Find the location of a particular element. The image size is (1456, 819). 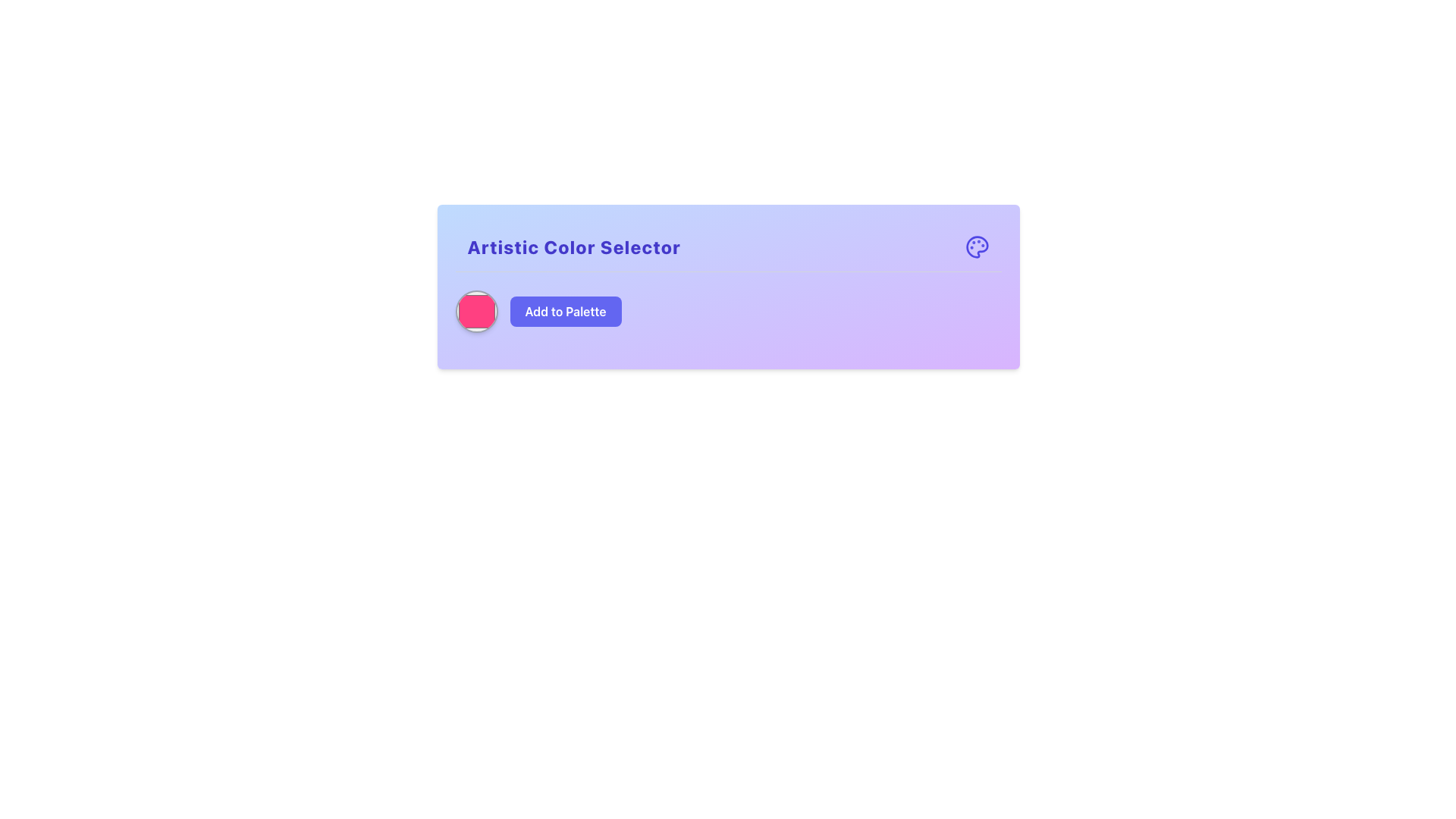

the painter's palette icon located in the upper right section of the header, adjacent to the 'Artistic Color Selector' text is located at coordinates (977, 246).